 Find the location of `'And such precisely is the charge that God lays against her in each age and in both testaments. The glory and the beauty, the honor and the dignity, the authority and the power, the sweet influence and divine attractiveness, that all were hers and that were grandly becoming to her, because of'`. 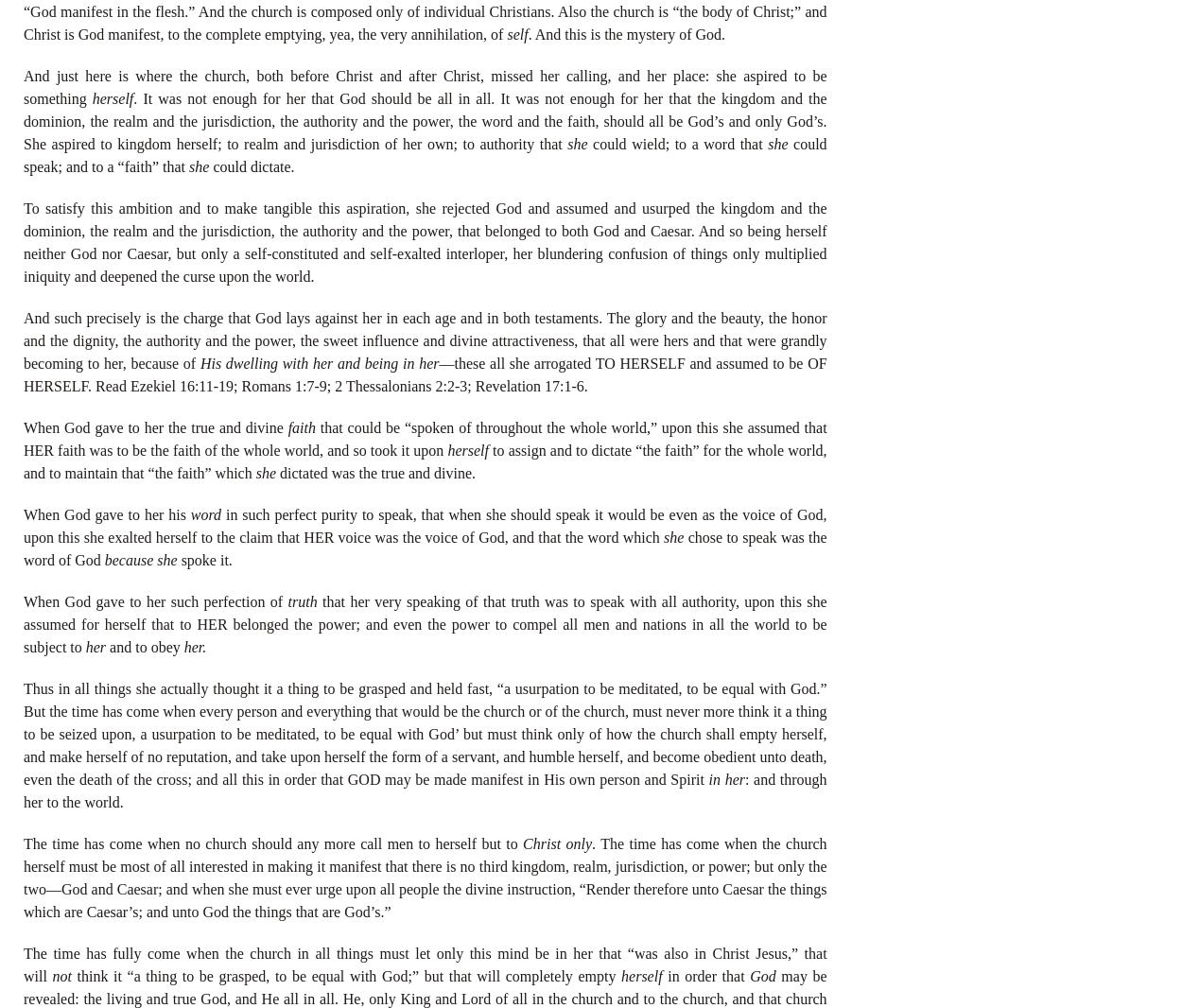

'And such precisely is the charge that God lays against her in each age and in both testaments. The glory and the beauty, the honor and the dignity, the authority and the power, the sweet influence and divine attractiveness, that all were hers and that were grandly becoming to her, because of' is located at coordinates (424, 339).